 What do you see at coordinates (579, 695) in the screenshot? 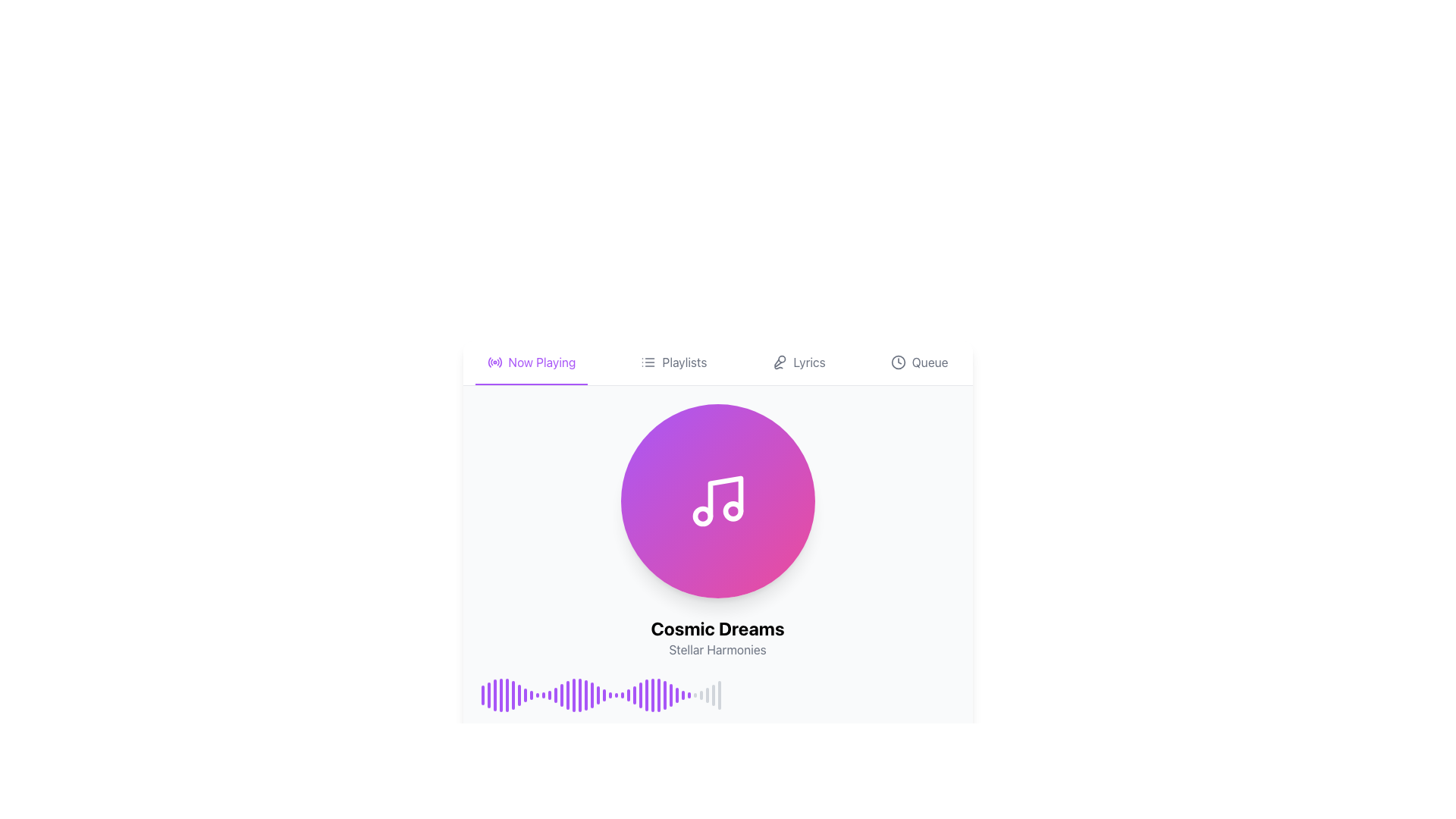
I see `the position of the visual indicator, which is the 17th bar from the left in a sequence of 35 bars, relative to the other bars` at bounding box center [579, 695].